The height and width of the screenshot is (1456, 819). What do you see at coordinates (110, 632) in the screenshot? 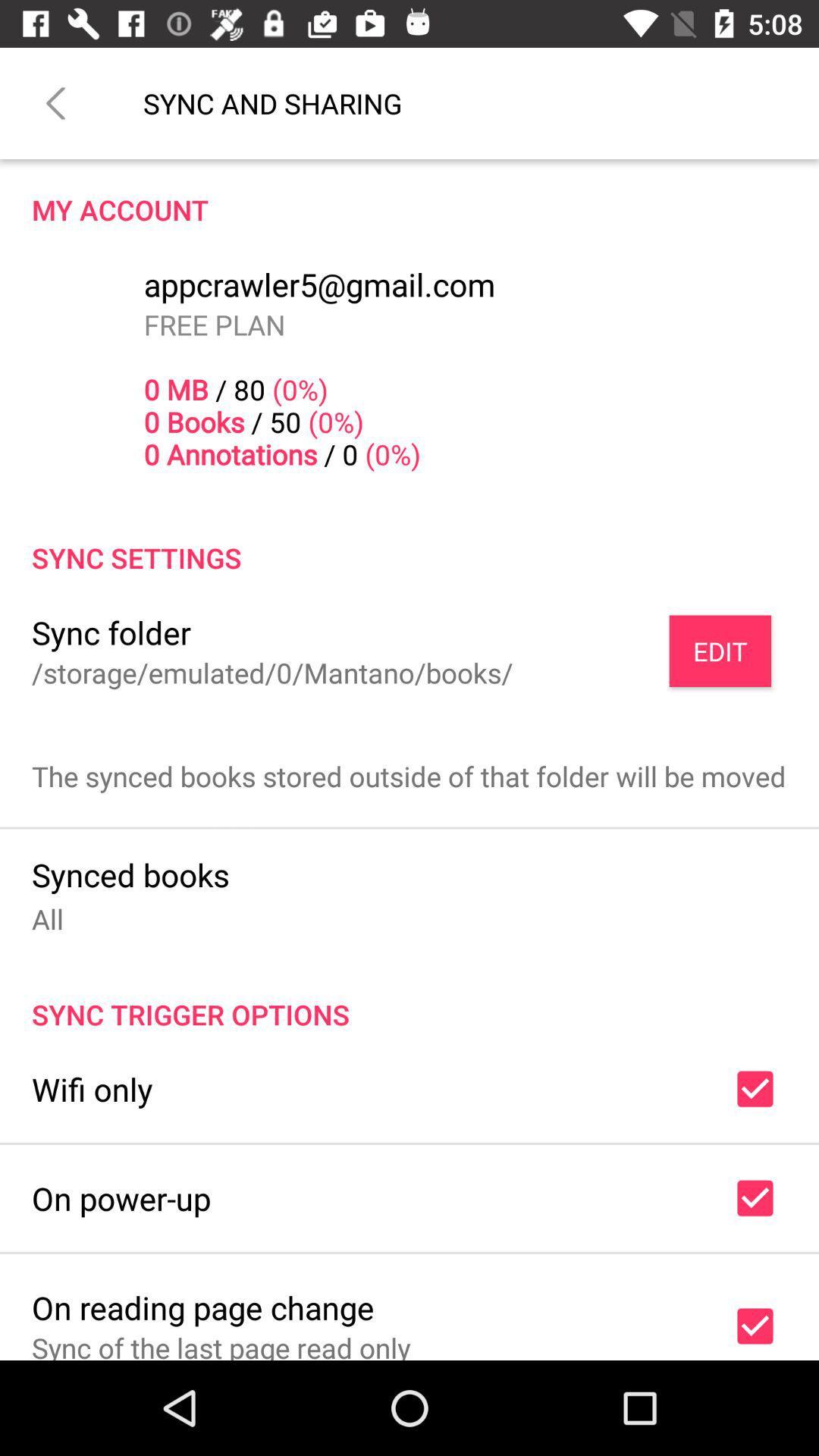
I see `item above storage emulated 0 icon` at bounding box center [110, 632].